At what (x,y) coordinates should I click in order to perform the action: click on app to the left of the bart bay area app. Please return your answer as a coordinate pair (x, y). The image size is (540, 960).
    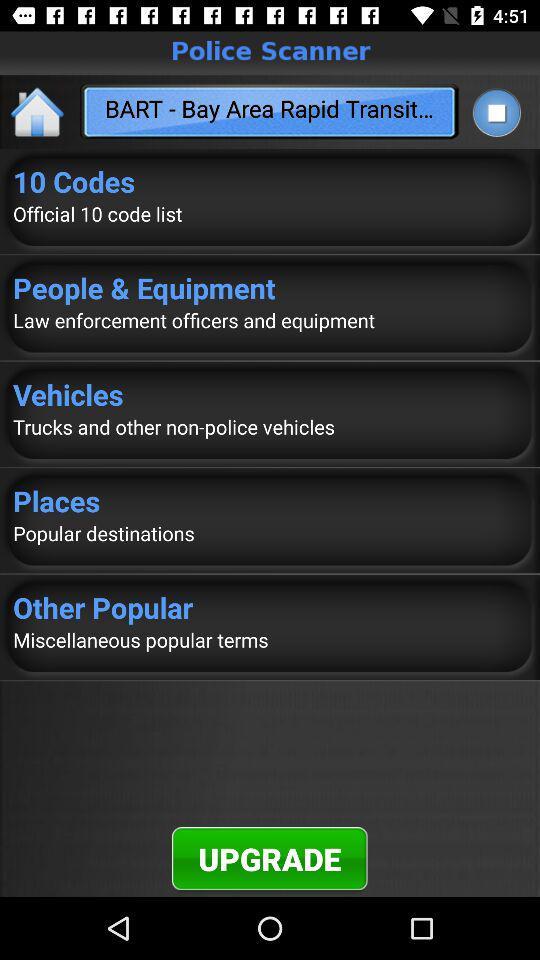
    Looking at the image, I should click on (38, 111).